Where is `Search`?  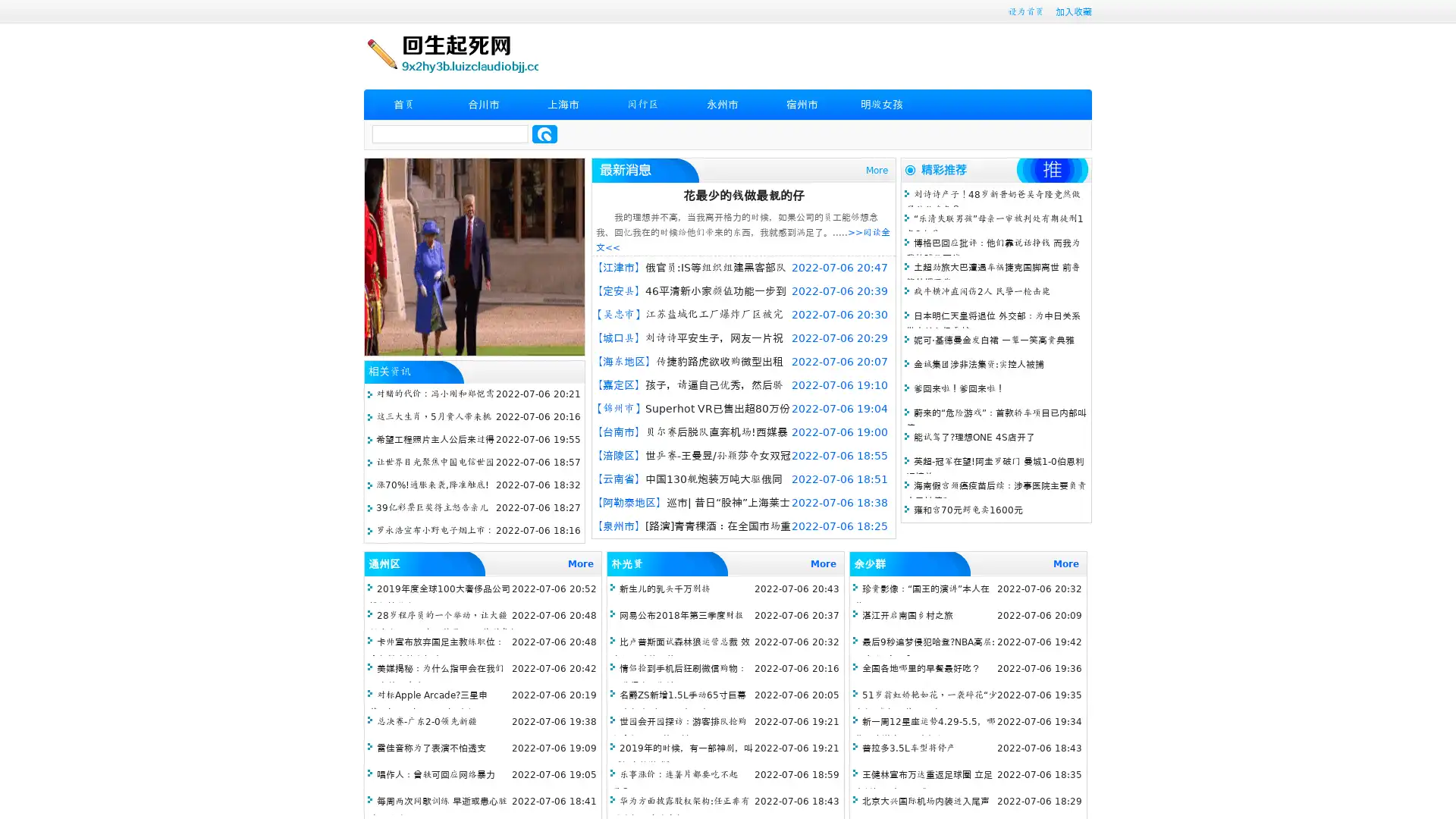
Search is located at coordinates (544, 133).